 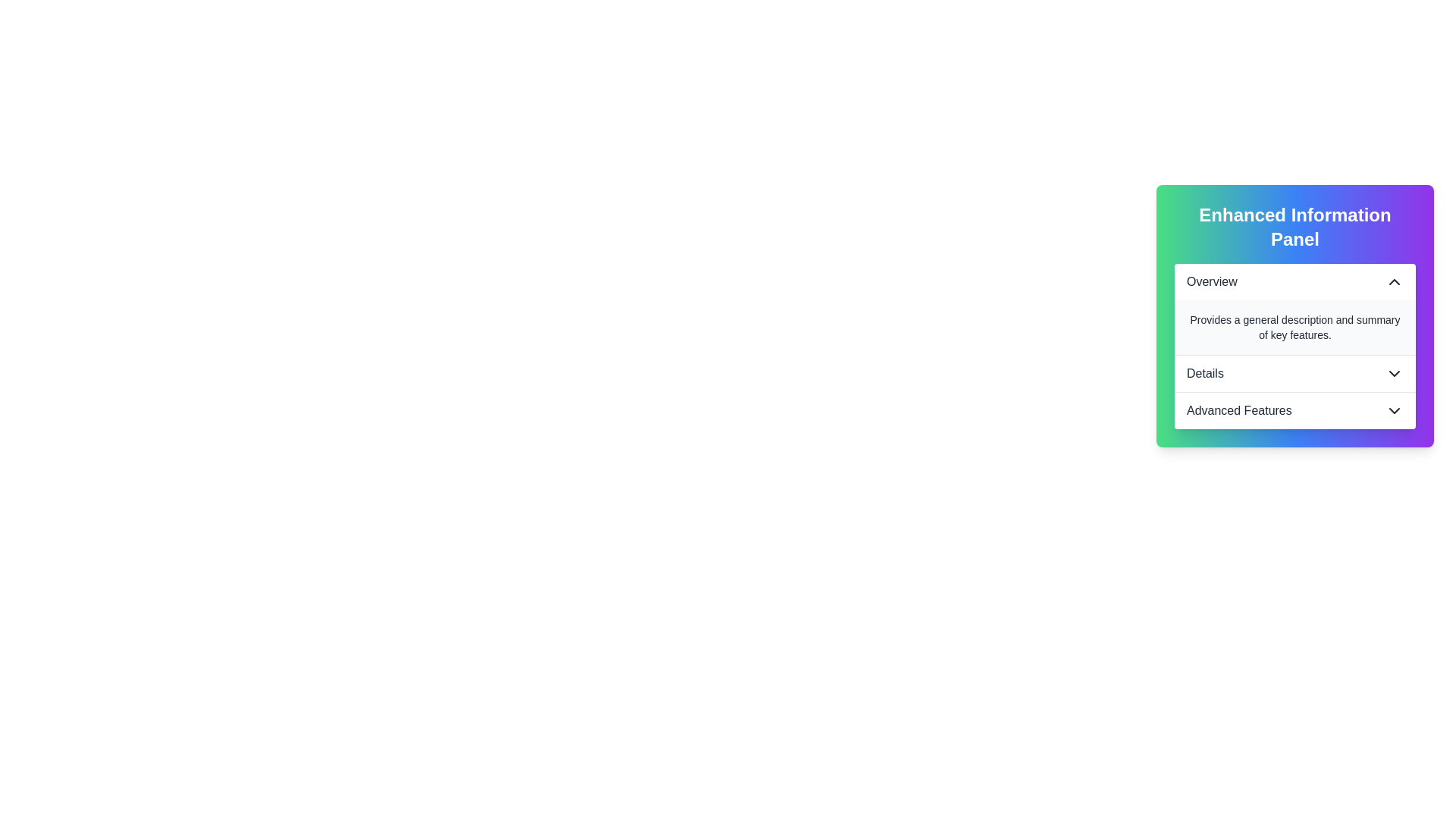 I want to click on the 'Details' dropdown toggle button, which is located in the middle section of the vertical panel, so click(x=1294, y=374).